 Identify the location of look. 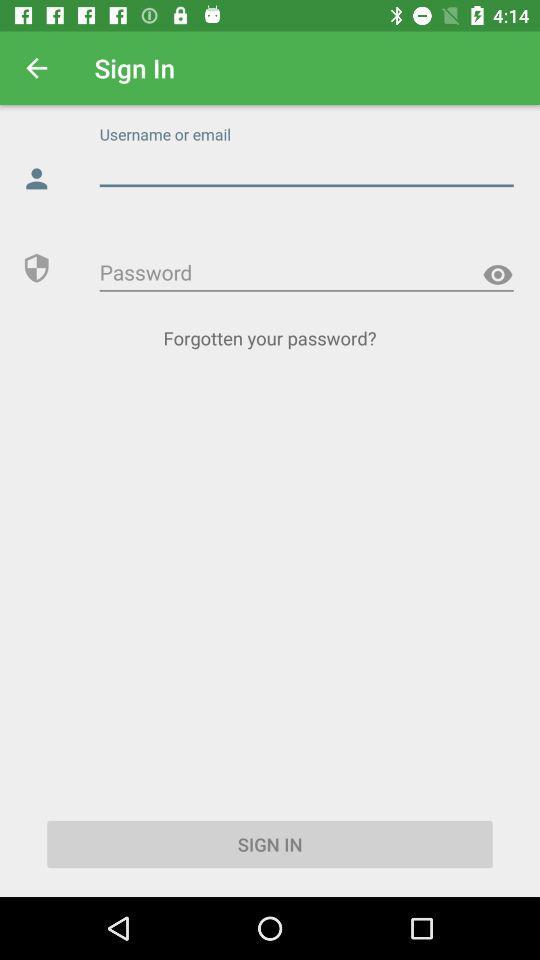
(496, 274).